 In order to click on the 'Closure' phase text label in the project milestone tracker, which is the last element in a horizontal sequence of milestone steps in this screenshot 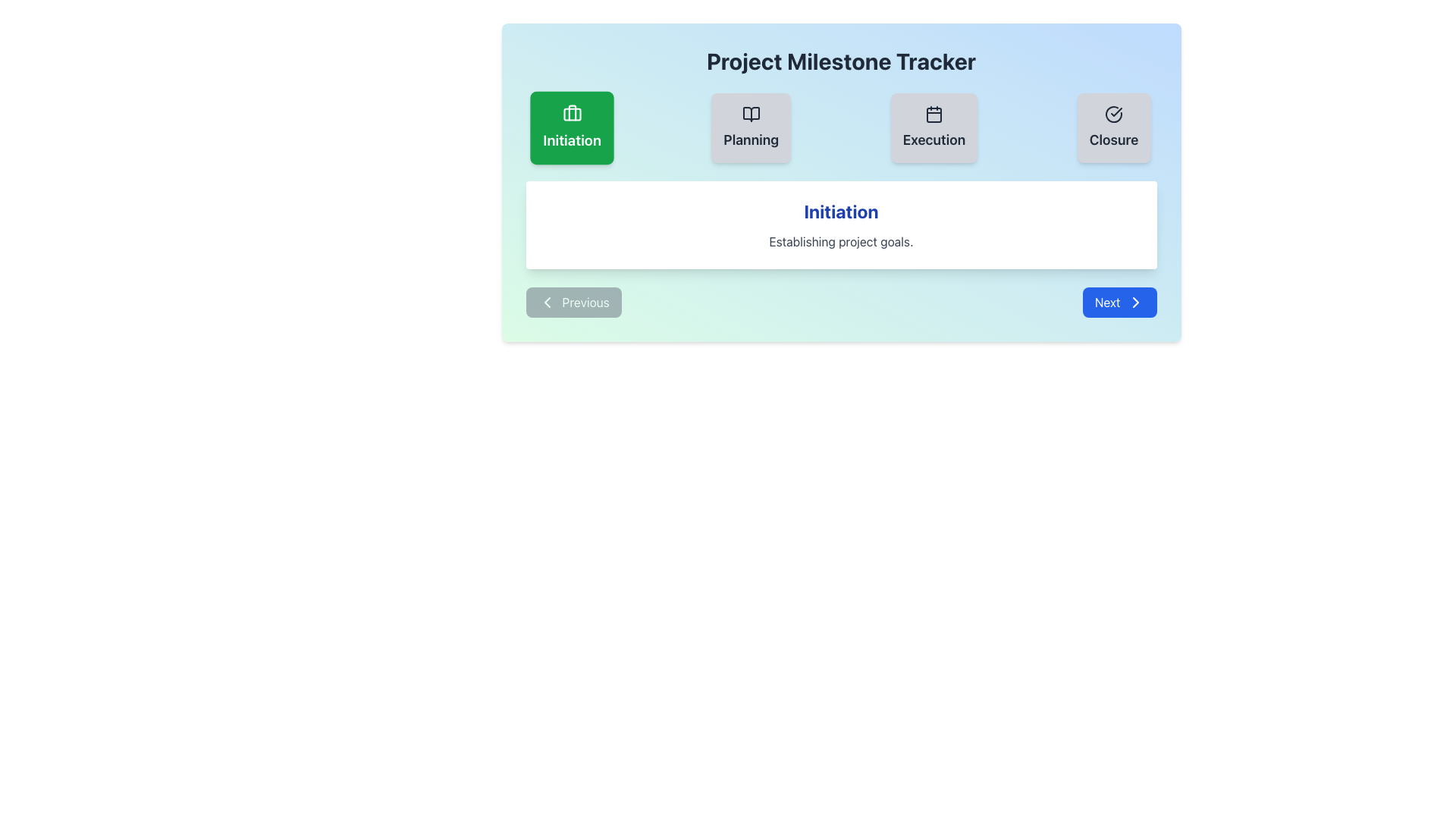, I will do `click(1114, 140)`.